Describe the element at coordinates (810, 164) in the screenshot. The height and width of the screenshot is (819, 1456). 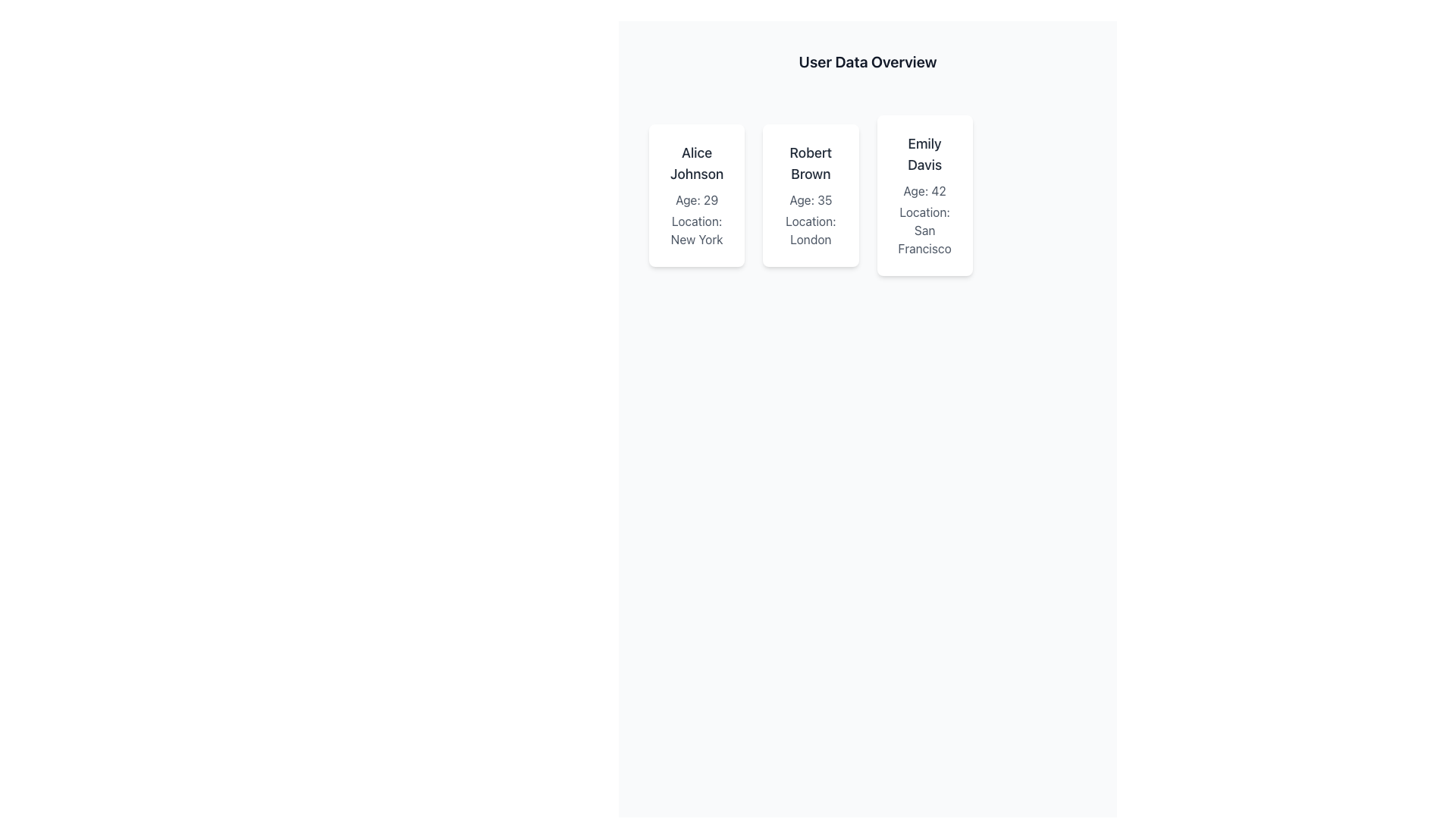
I see `information displayed in the text label showing 'Robert Brown', which is the title of a user profile card, located at the top of the profile card layout` at that location.